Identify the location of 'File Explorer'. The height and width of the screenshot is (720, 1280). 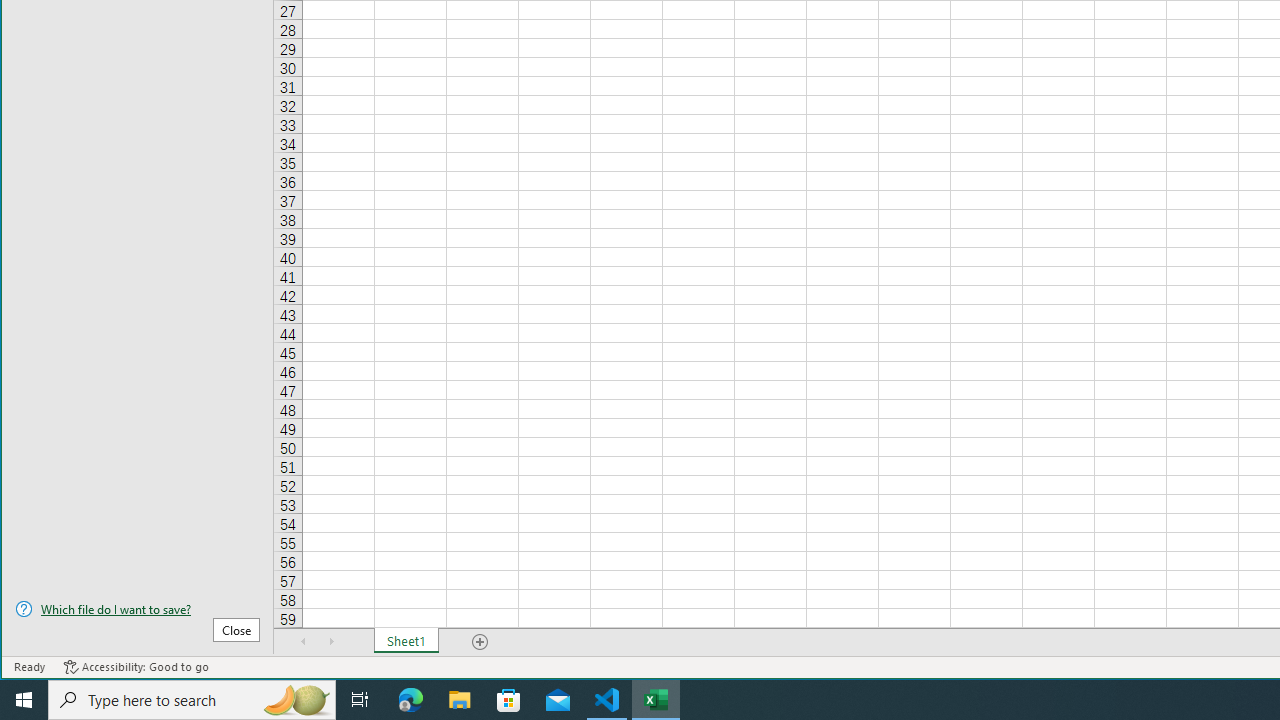
(459, 698).